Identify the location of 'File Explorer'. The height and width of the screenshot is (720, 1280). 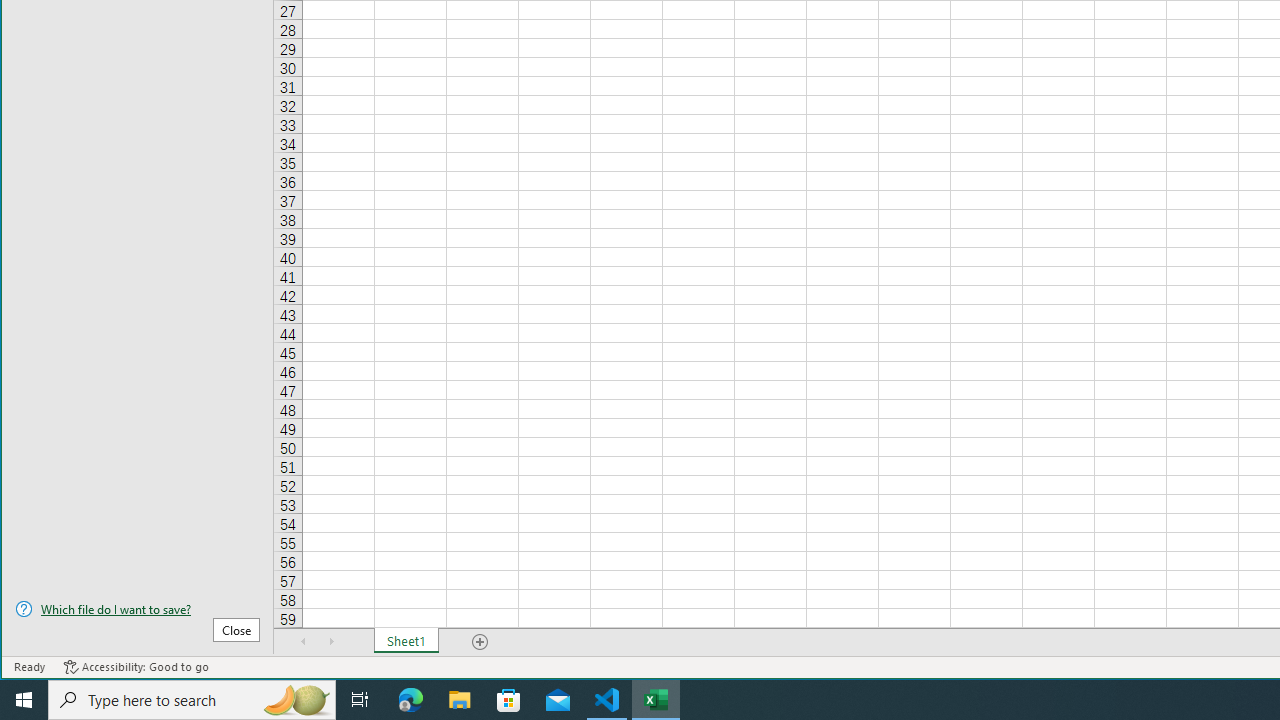
(459, 698).